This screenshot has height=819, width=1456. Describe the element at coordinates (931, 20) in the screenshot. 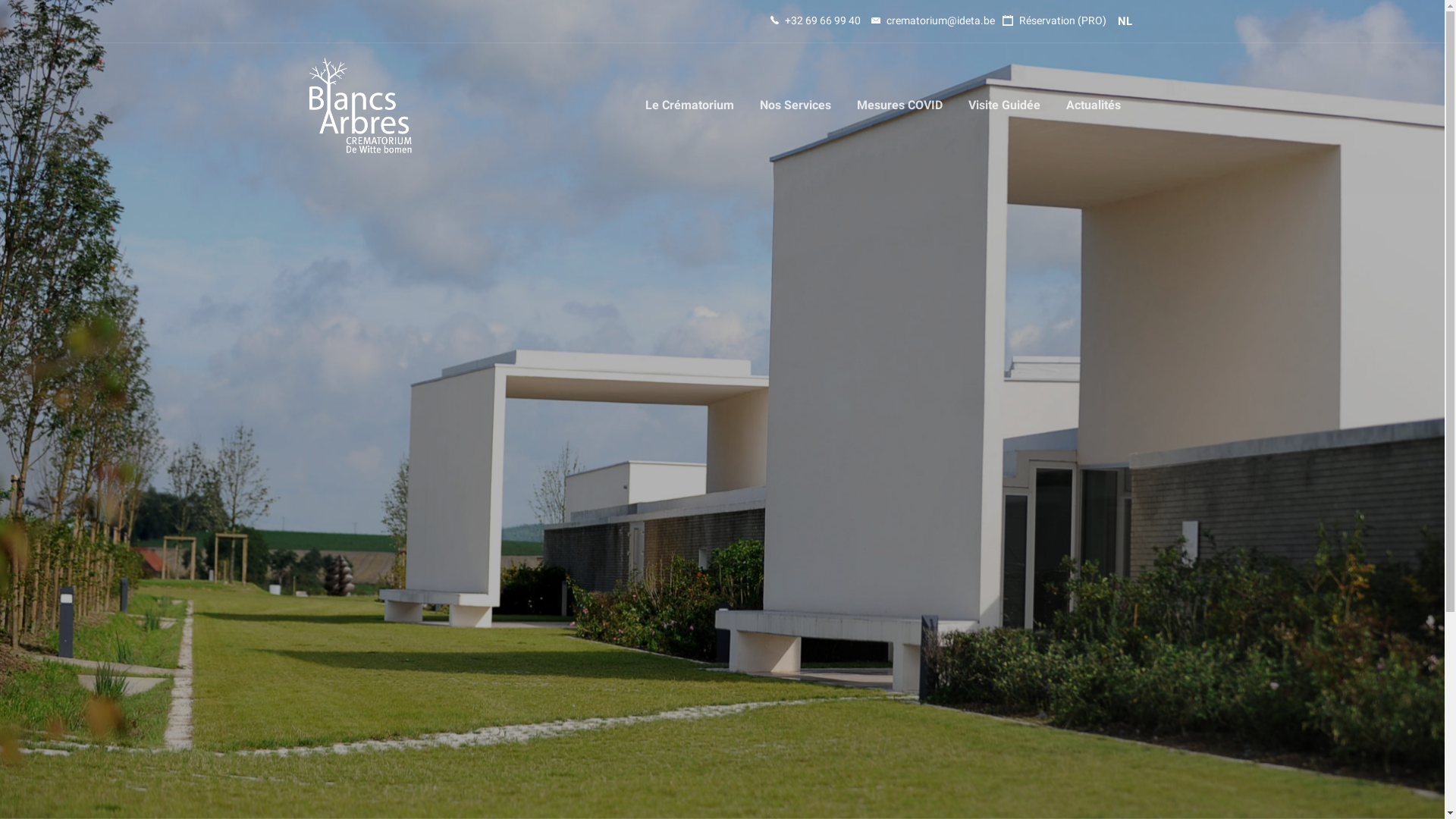

I see `'crematorium@ideta.be'` at that location.